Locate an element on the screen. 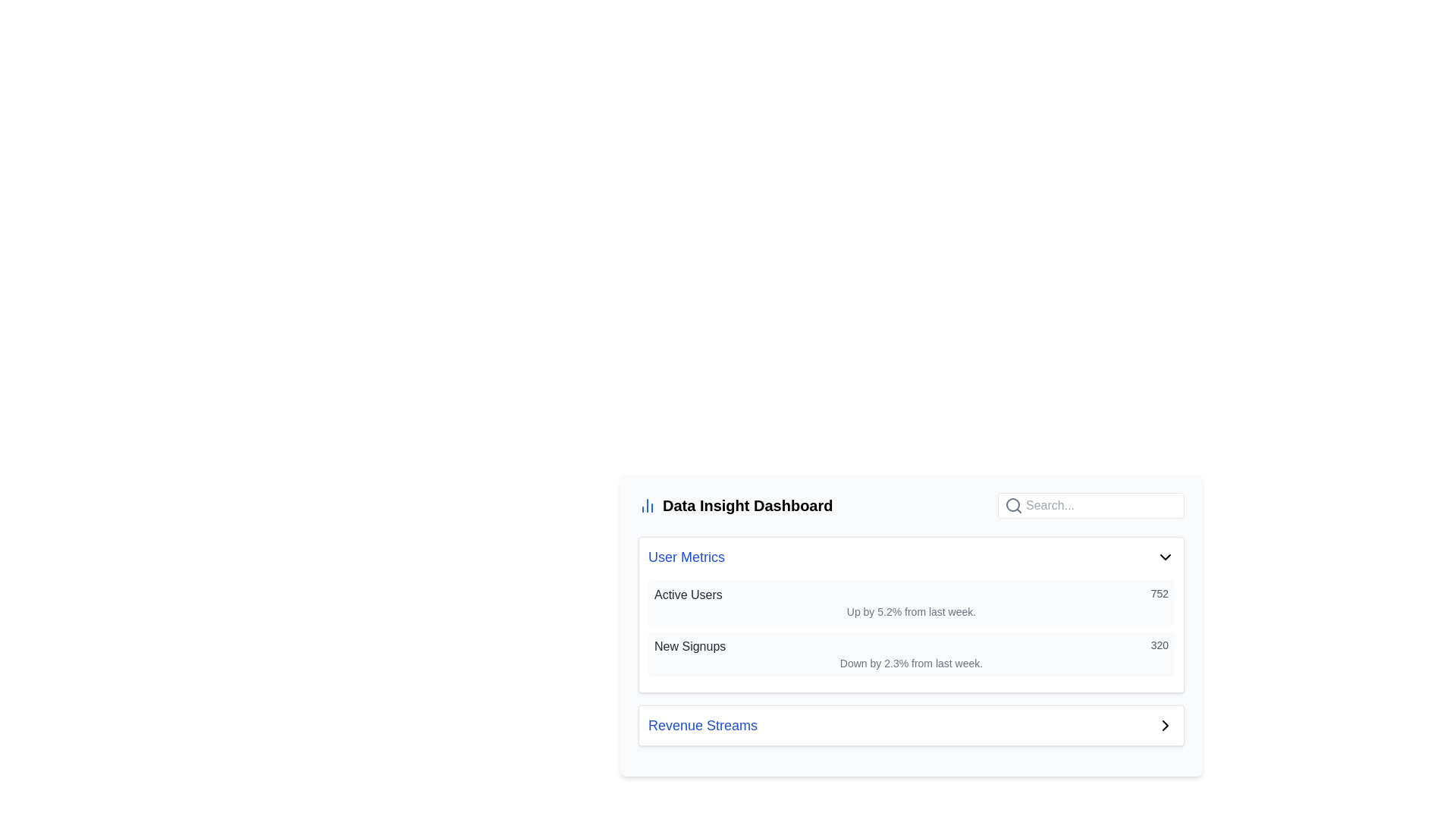  the text label located near the bottom-center of the interface is located at coordinates (701, 724).